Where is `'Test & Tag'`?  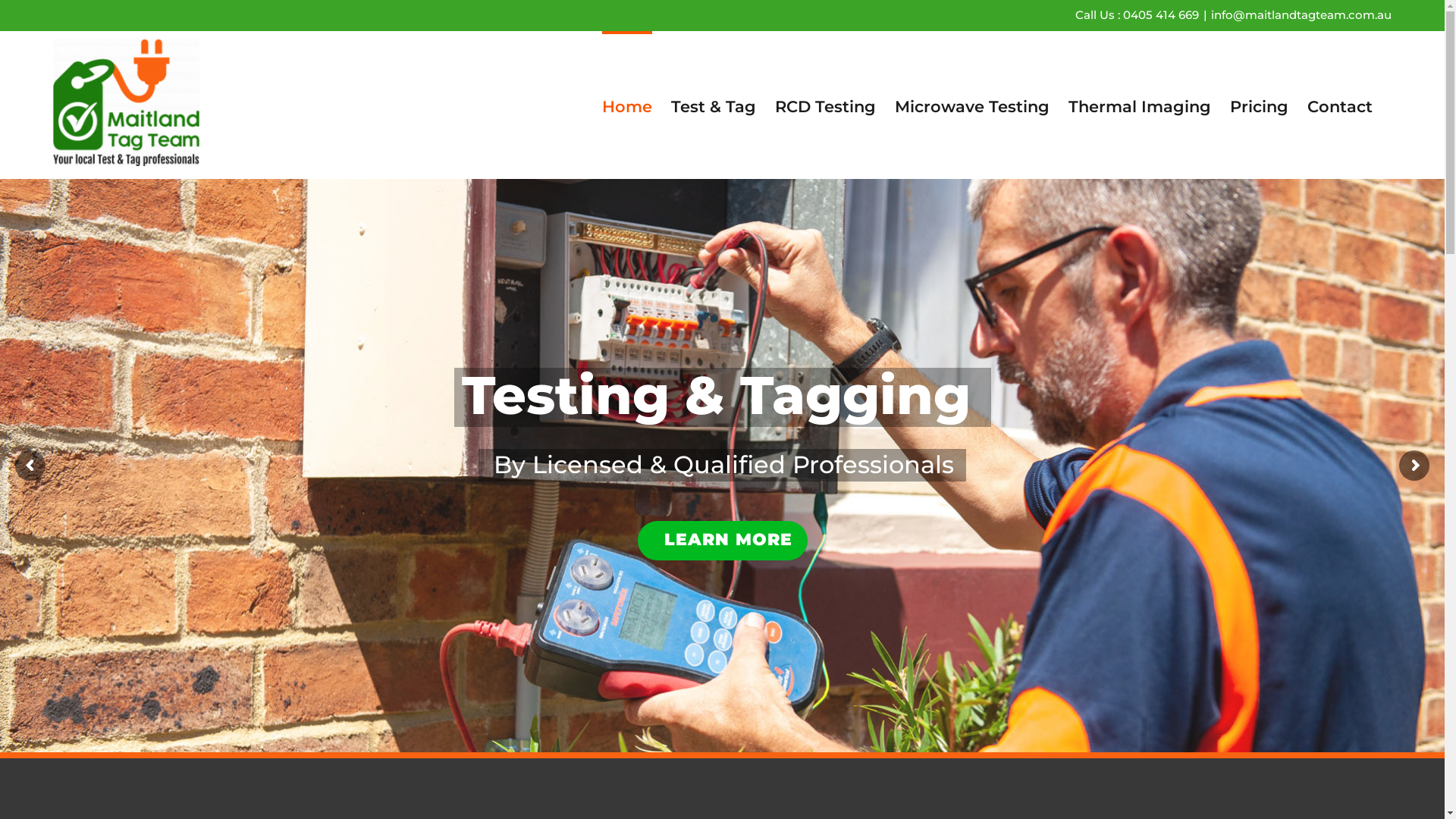
'Test & Tag' is located at coordinates (712, 104).